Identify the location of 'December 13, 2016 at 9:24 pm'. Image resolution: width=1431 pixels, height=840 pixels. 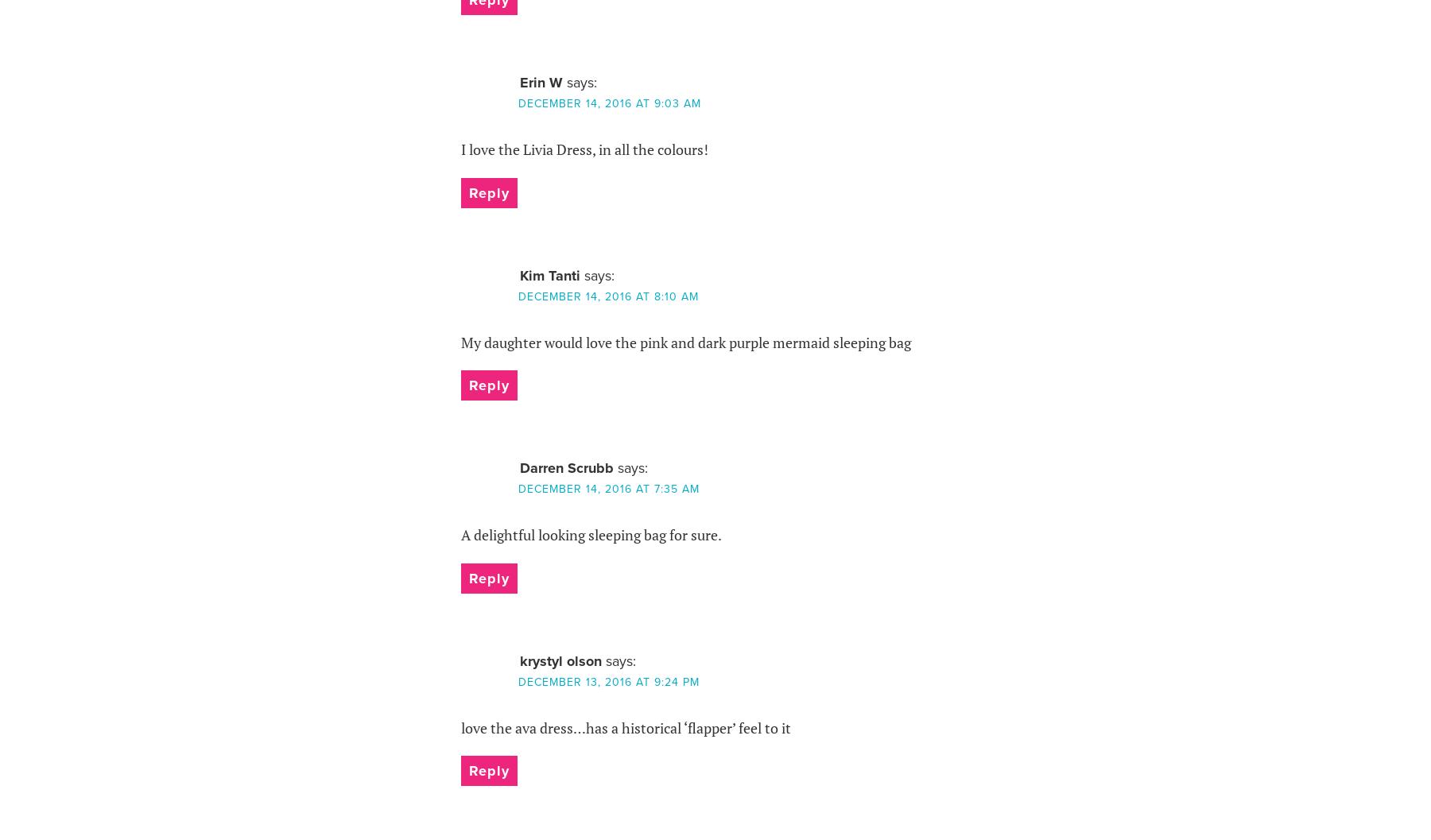
(607, 680).